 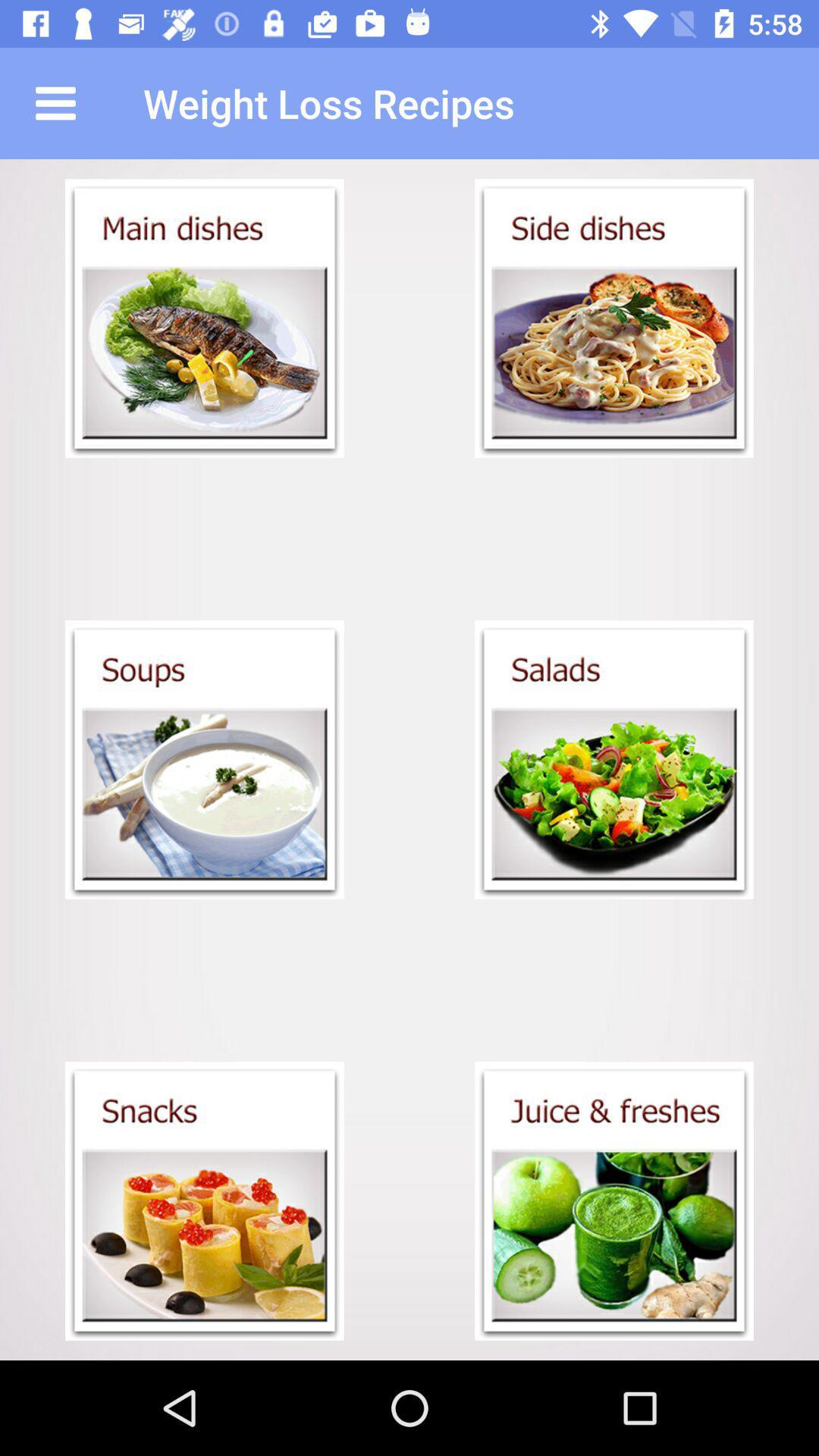 What do you see at coordinates (205, 760) in the screenshot?
I see `the soups menu open` at bounding box center [205, 760].